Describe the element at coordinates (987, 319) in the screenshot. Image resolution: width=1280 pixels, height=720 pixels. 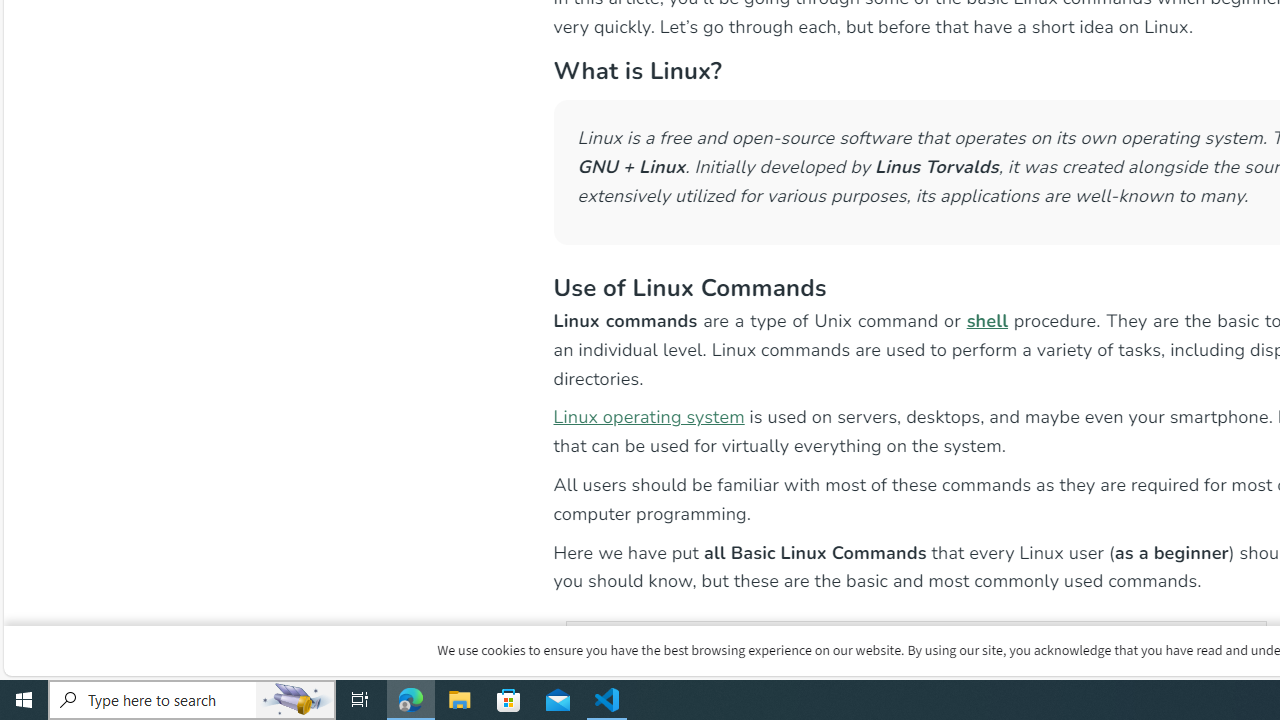
I see `'shell'` at that location.